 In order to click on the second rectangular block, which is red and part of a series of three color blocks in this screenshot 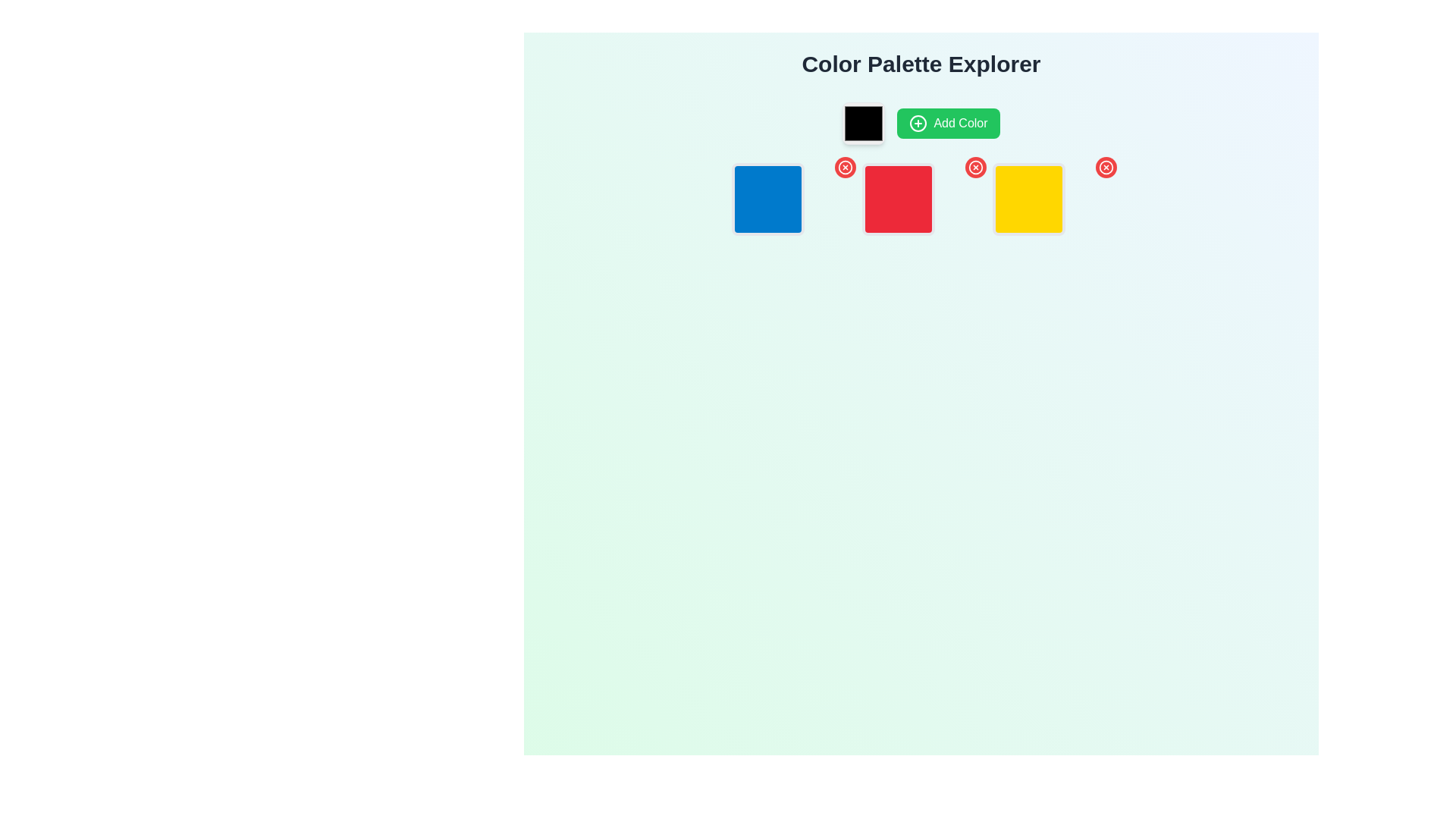, I will do `click(920, 198)`.